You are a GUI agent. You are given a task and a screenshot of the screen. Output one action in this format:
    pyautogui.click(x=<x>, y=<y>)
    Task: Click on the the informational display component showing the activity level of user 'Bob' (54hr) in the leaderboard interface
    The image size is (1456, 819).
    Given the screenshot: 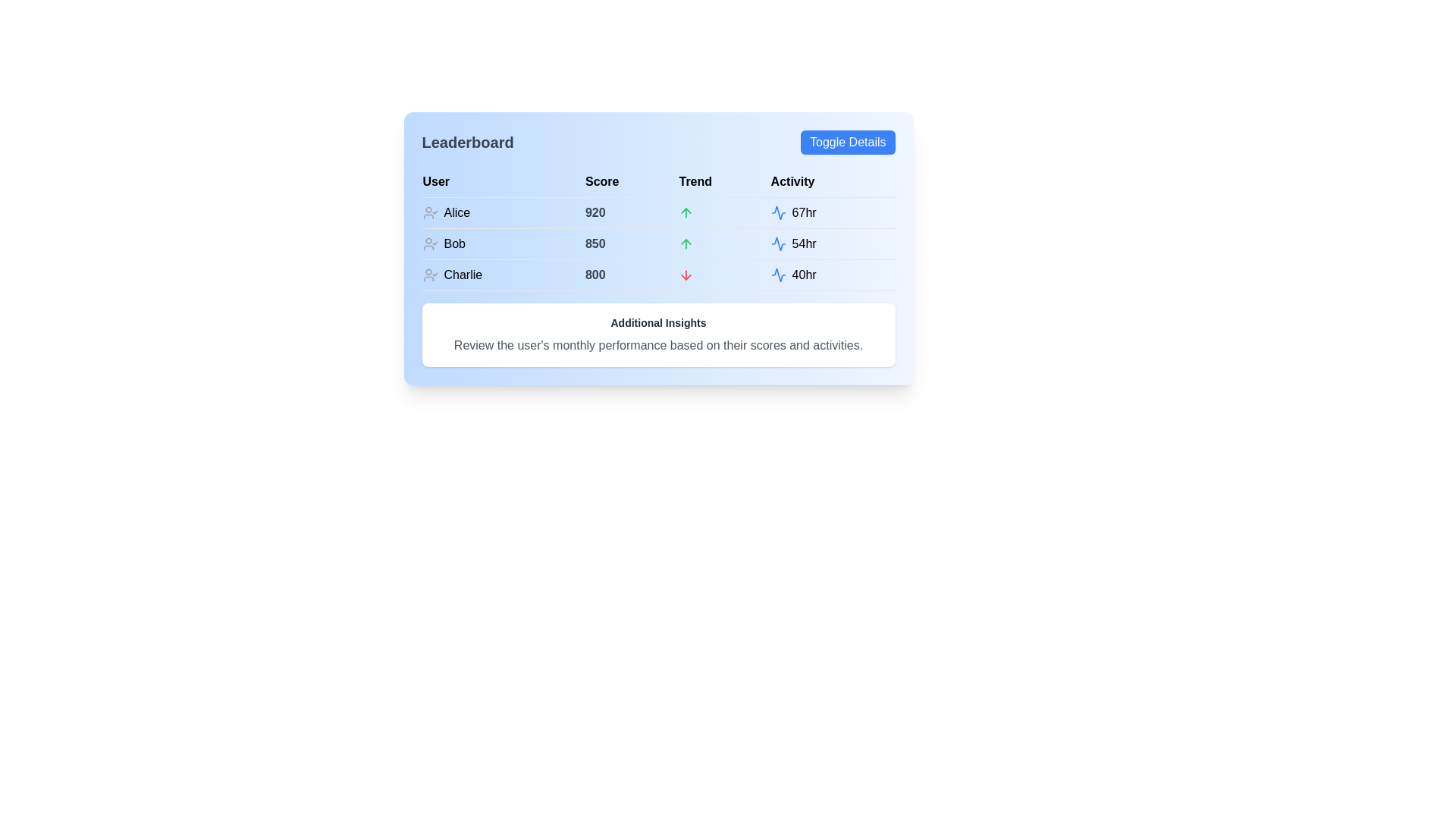 What is the action you would take?
    pyautogui.click(x=832, y=243)
    